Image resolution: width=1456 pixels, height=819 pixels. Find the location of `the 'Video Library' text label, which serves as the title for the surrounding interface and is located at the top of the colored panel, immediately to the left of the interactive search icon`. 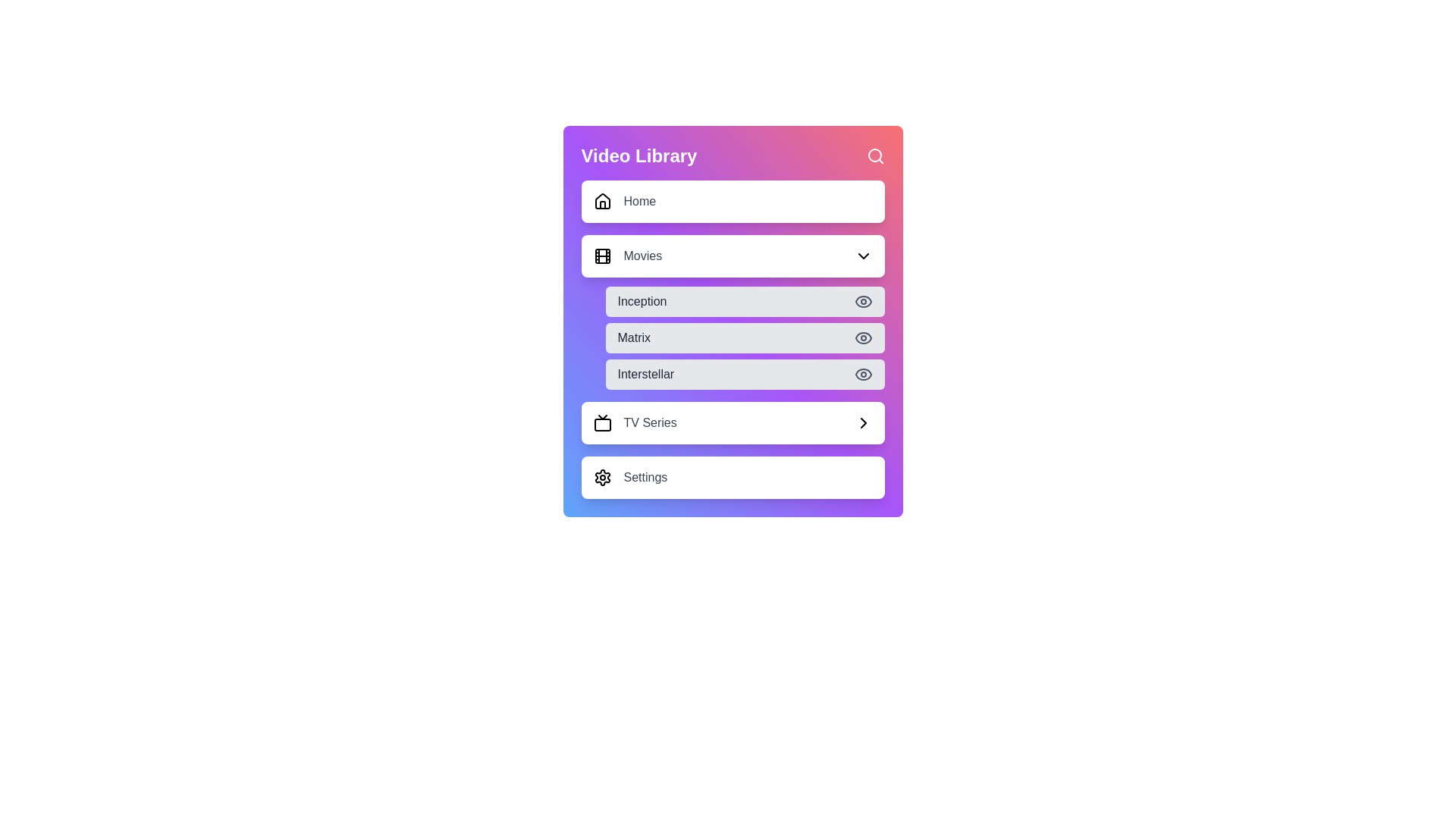

the 'Video Library' text label, which serves as the title for the surrounding interface and is located at the top of the colored panel, immediately to the left of the interactive search icon is located at coordinates (639, 155).